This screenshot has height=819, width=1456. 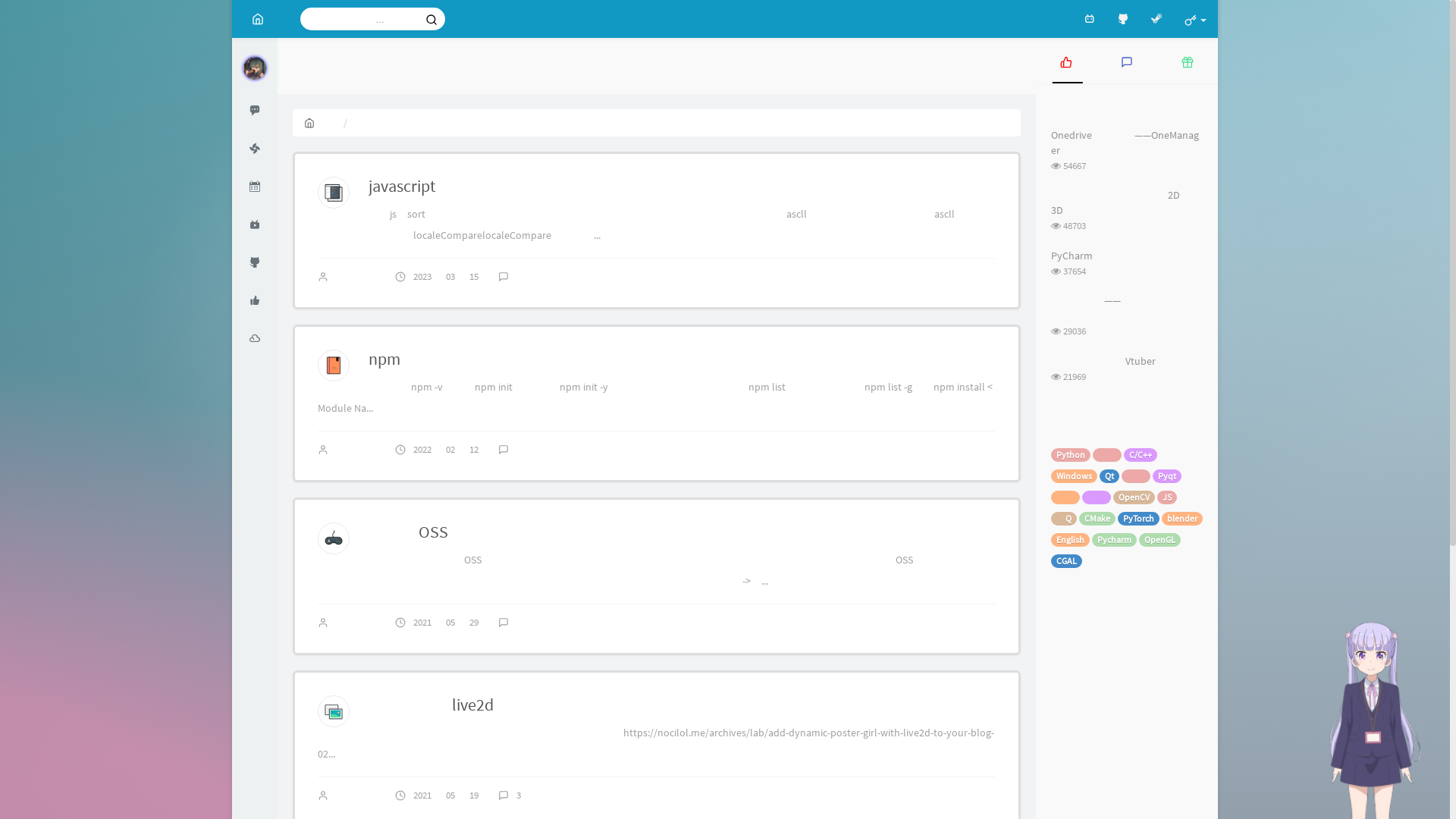 What do you see at coordinates (1134, 497) in the screenshot?
I see `'OpenCV'` at bounding box center [1134, 497].